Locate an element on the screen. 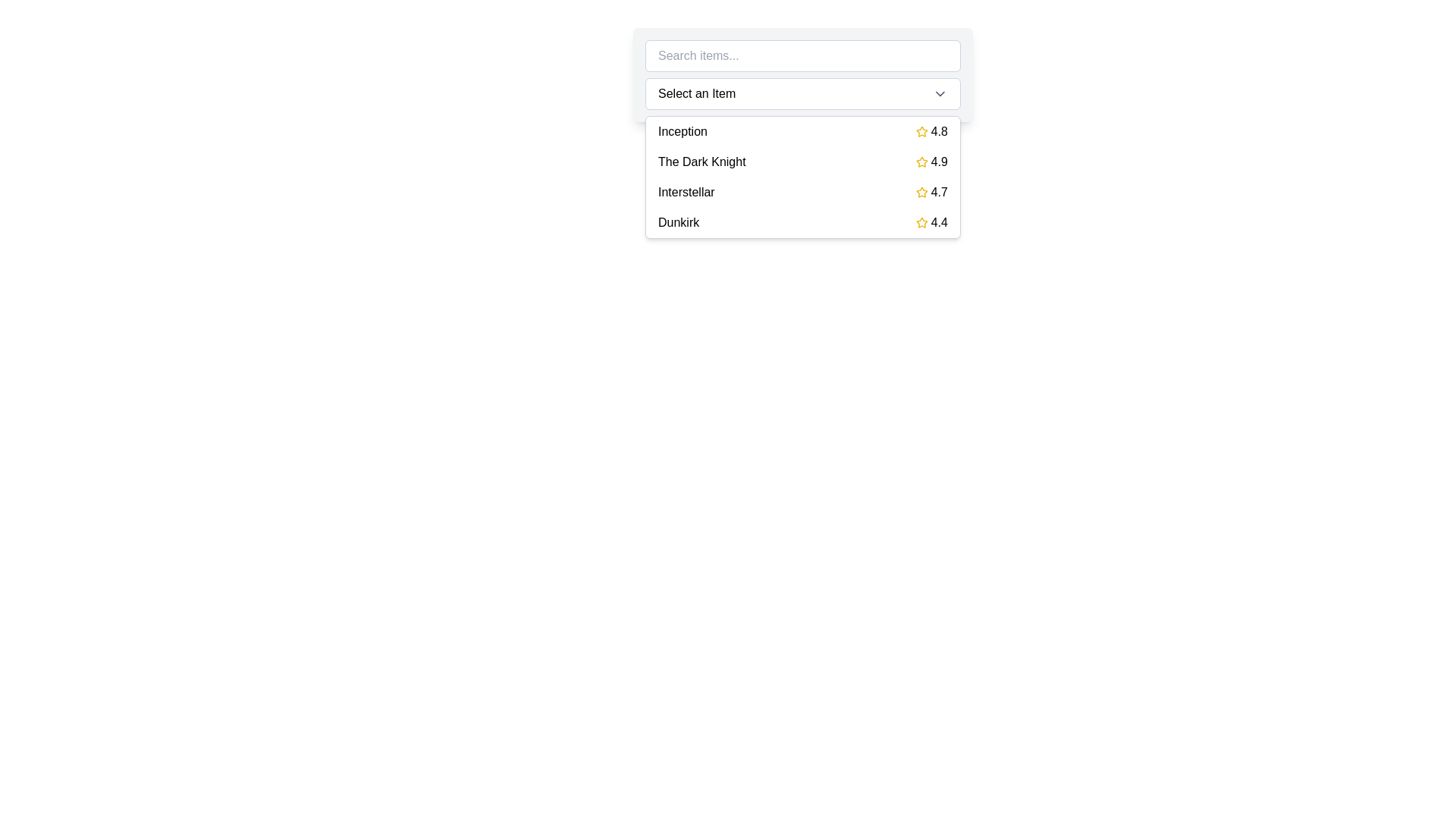  the yellow star icon representing a rating indicator for the entry 'Interstellar' with a rating value of '4.7' is located at coordinates (921, 192).